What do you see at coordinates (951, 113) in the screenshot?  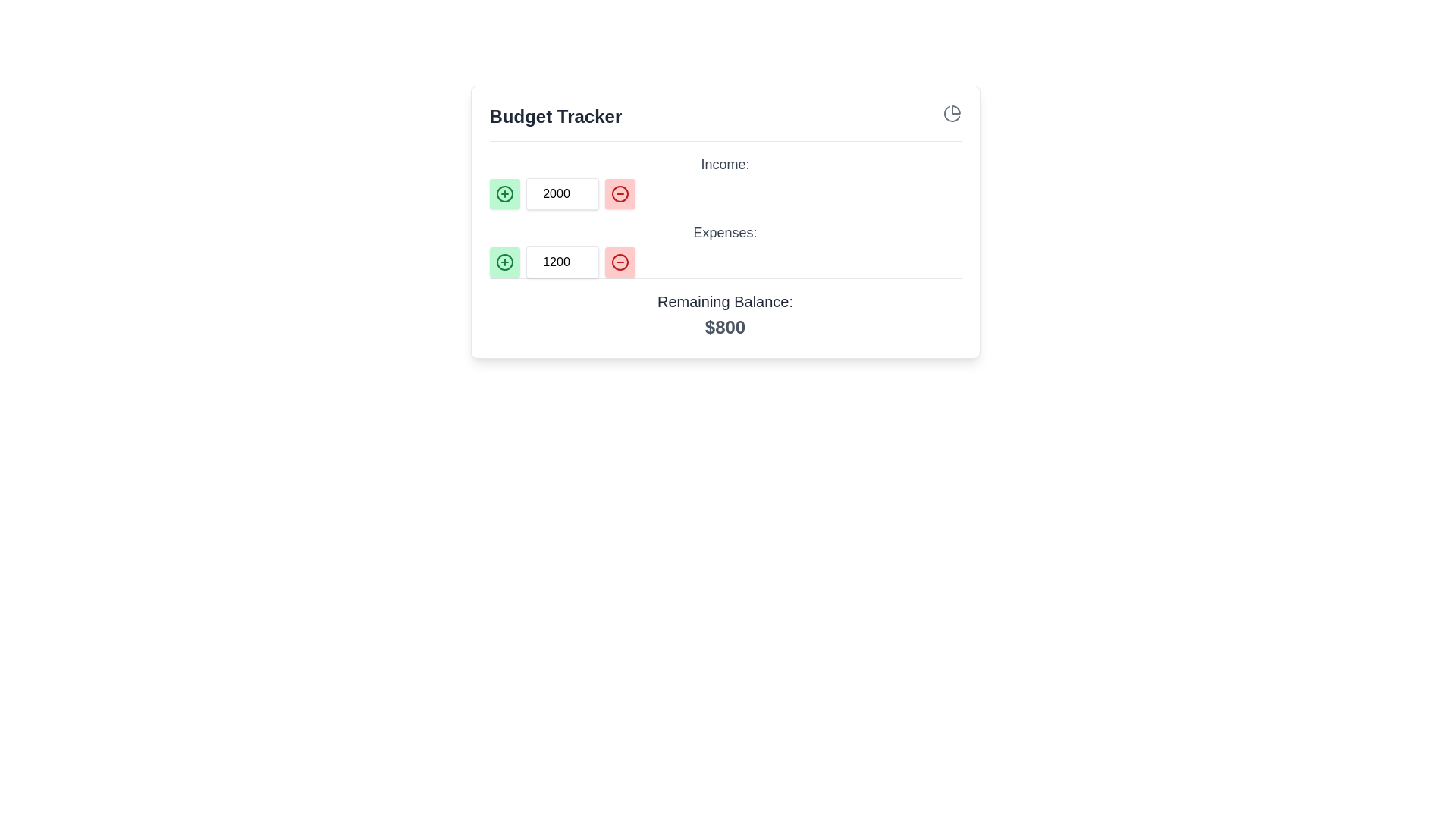 I see `the icon located in the top-right corner of the 'Budget Tracker' header, which likely serves as a button for data visualization options` at bounding box center [951, 113].